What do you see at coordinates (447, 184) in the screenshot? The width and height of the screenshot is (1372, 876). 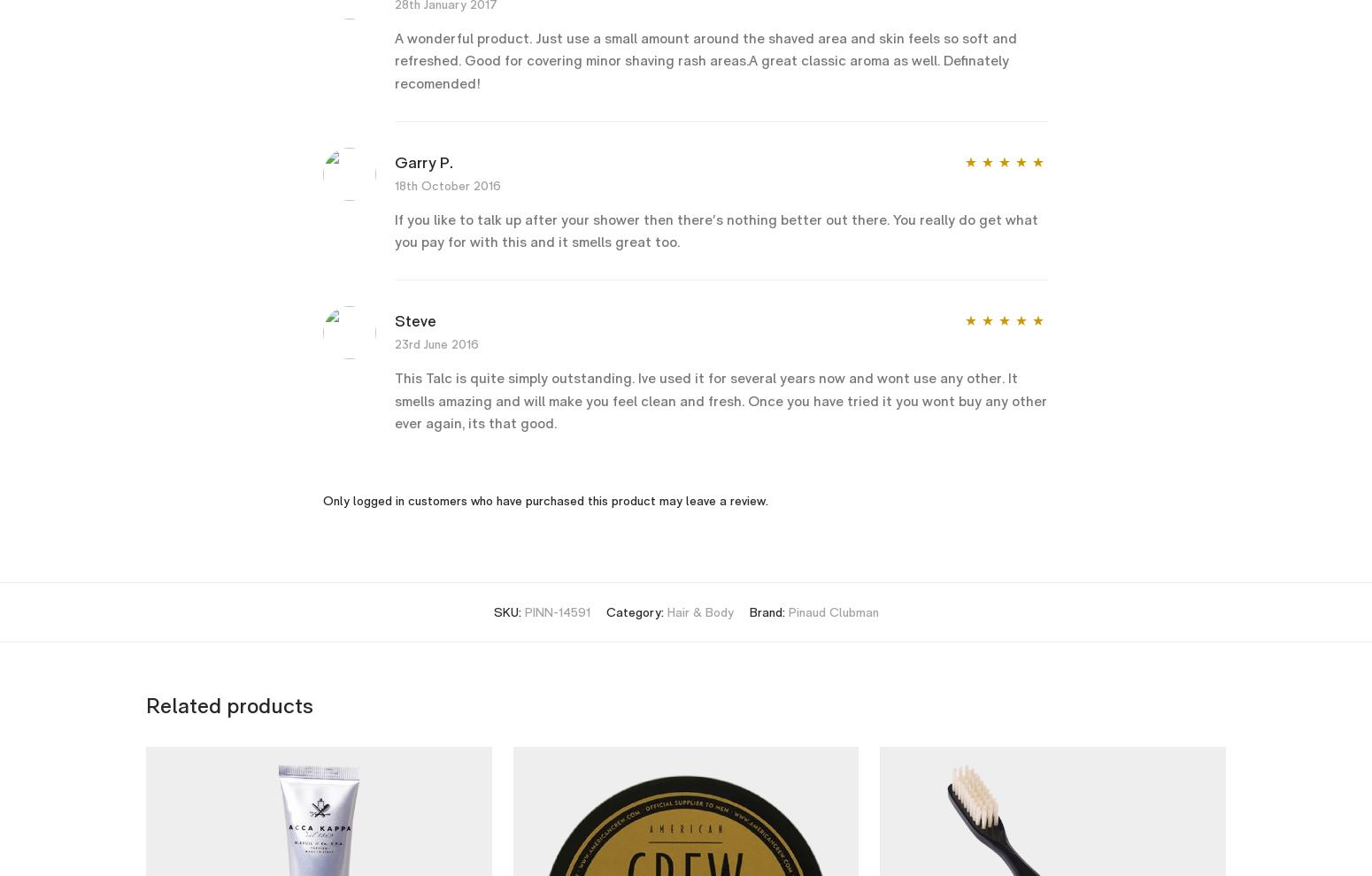 I see `'18th October 2016'` at bounding box center [447, 184].